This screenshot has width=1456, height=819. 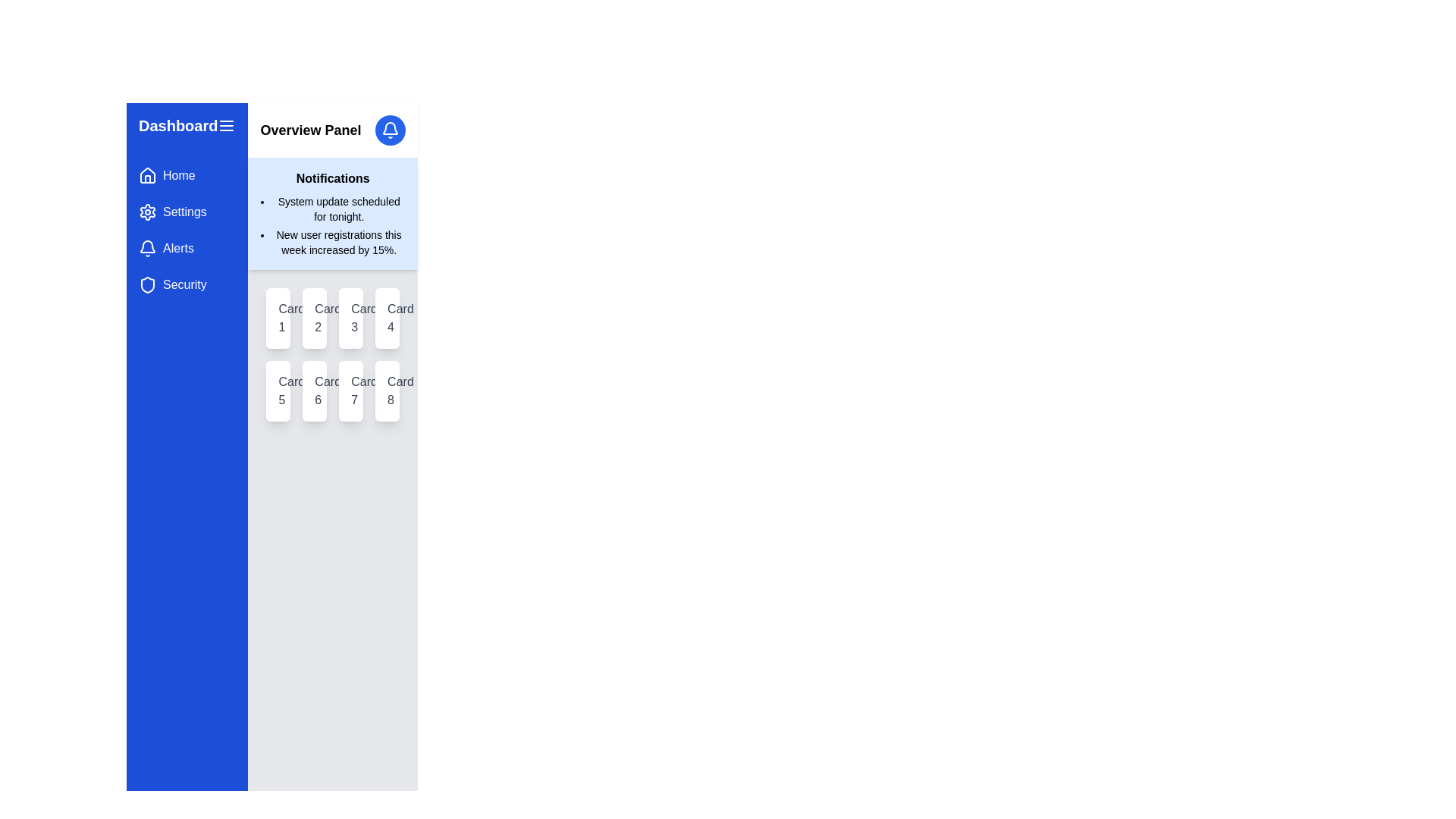 What do you see at coordinates (278, 318) in the screenshot?
I see `the first Card element in the grid, which is positioned in the top-left corner and serves as an information display` at bounding box center [278, 318].